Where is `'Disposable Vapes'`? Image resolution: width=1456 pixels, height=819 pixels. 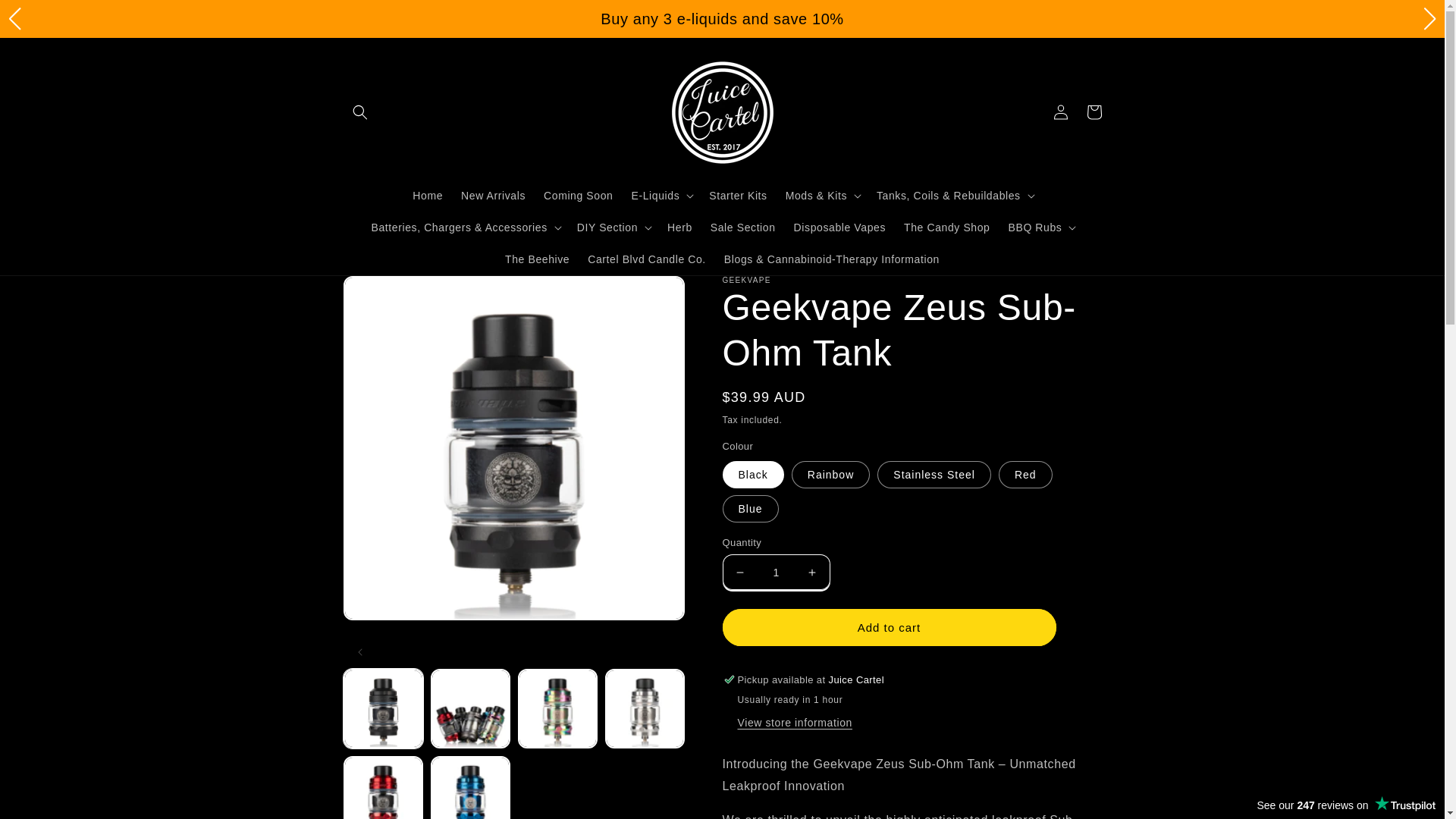
'Disposable Vapes' is located at coordinates (839, 227).